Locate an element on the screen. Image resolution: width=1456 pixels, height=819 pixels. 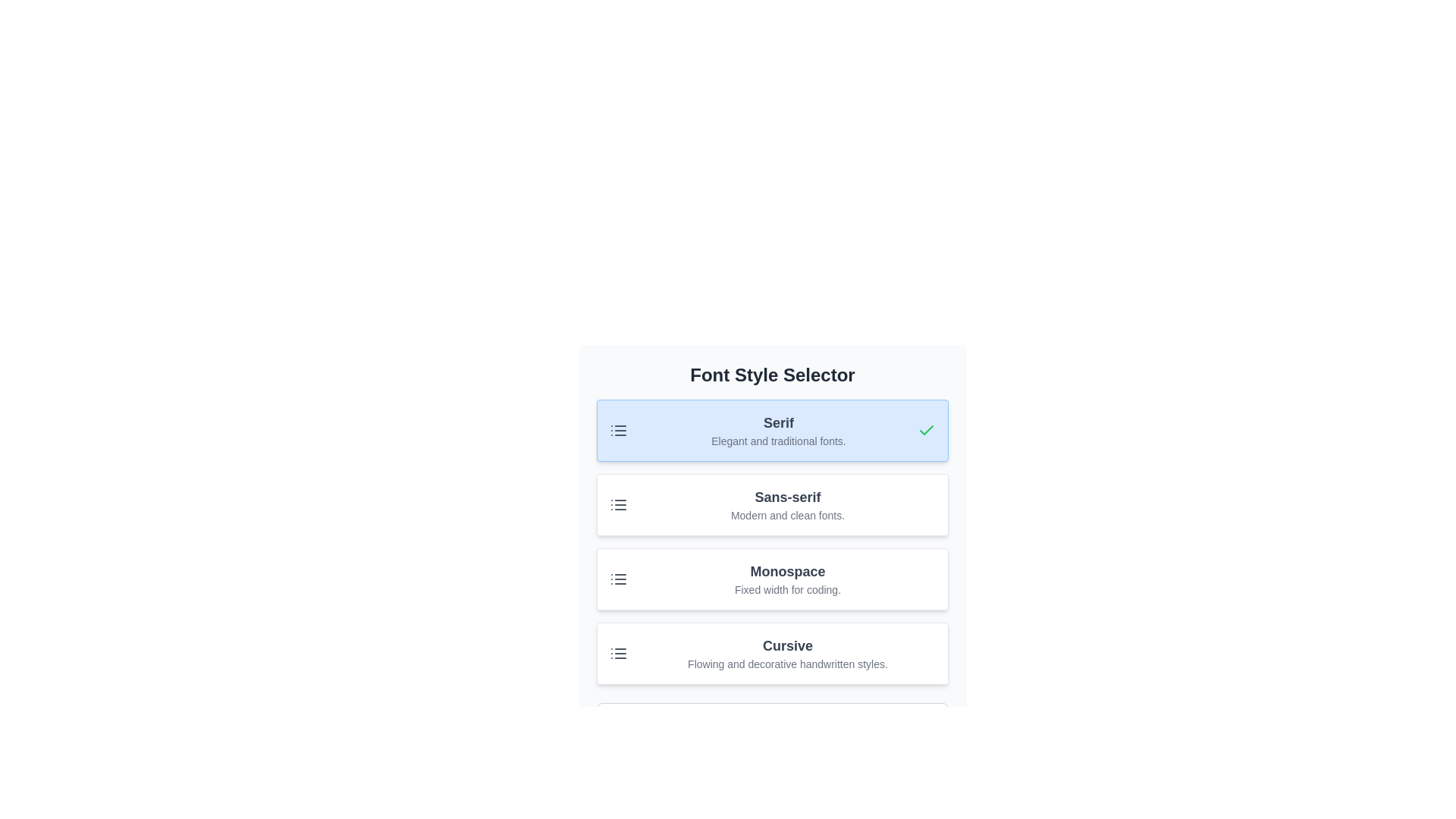
the icon representation of a list, which consists of three gray horizontal lines, located to the left of the 'Monospace' option in the Font Style Selector is located at coordinates (619, 579).